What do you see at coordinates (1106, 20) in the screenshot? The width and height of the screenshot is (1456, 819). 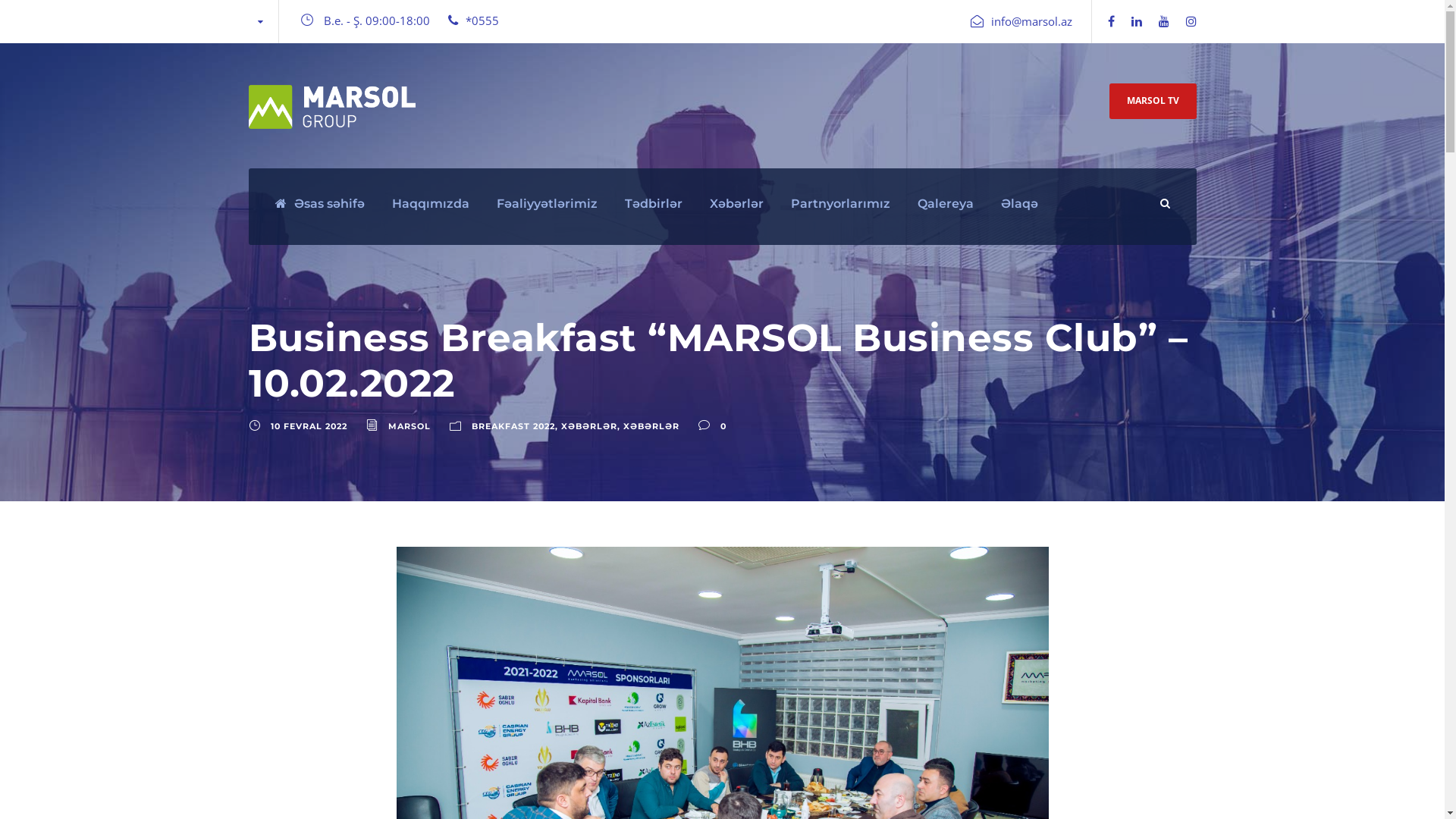 I see `'facebook'` at bounding box center [1106, 20].